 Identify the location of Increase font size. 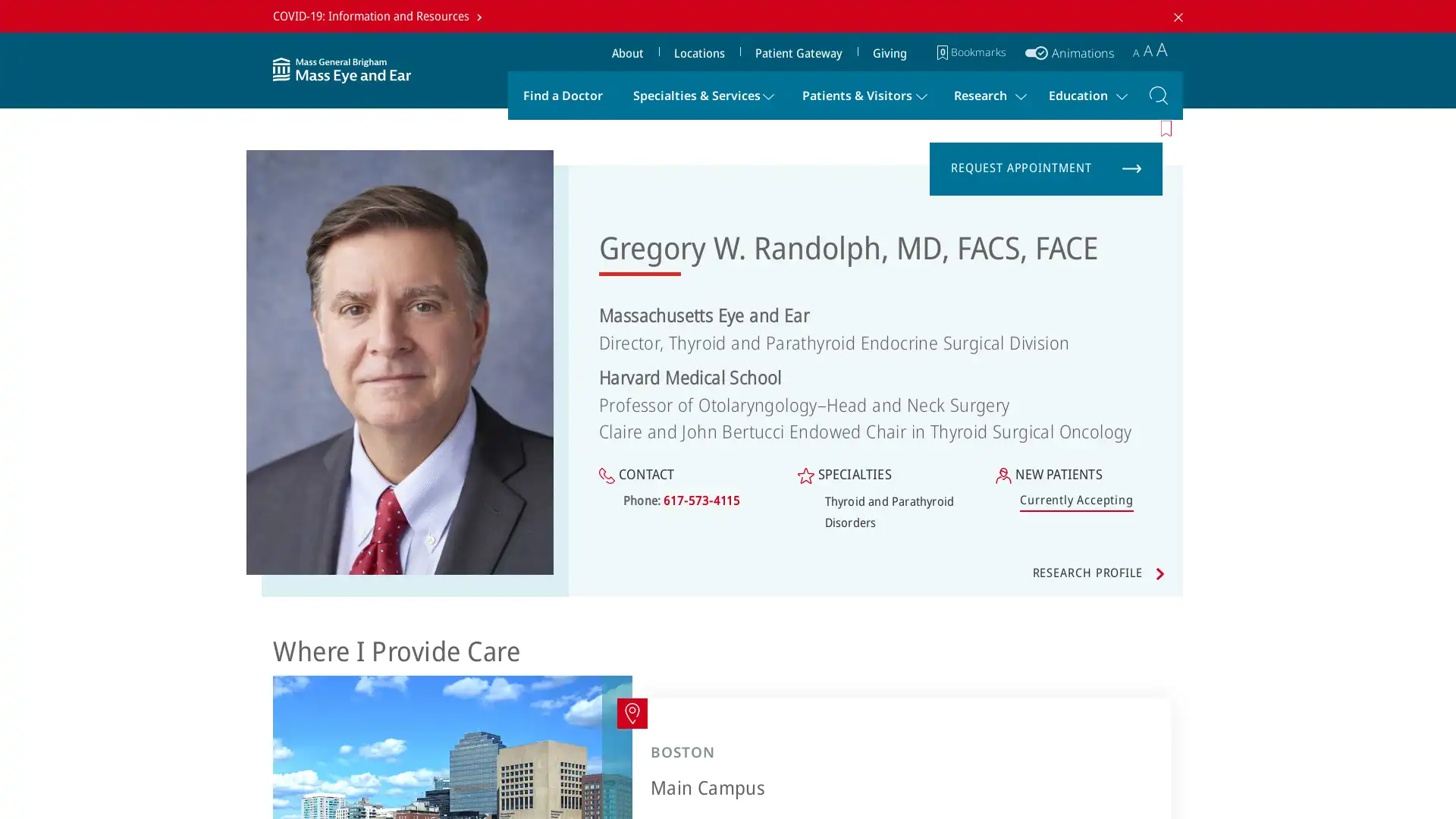
(1147, 49).